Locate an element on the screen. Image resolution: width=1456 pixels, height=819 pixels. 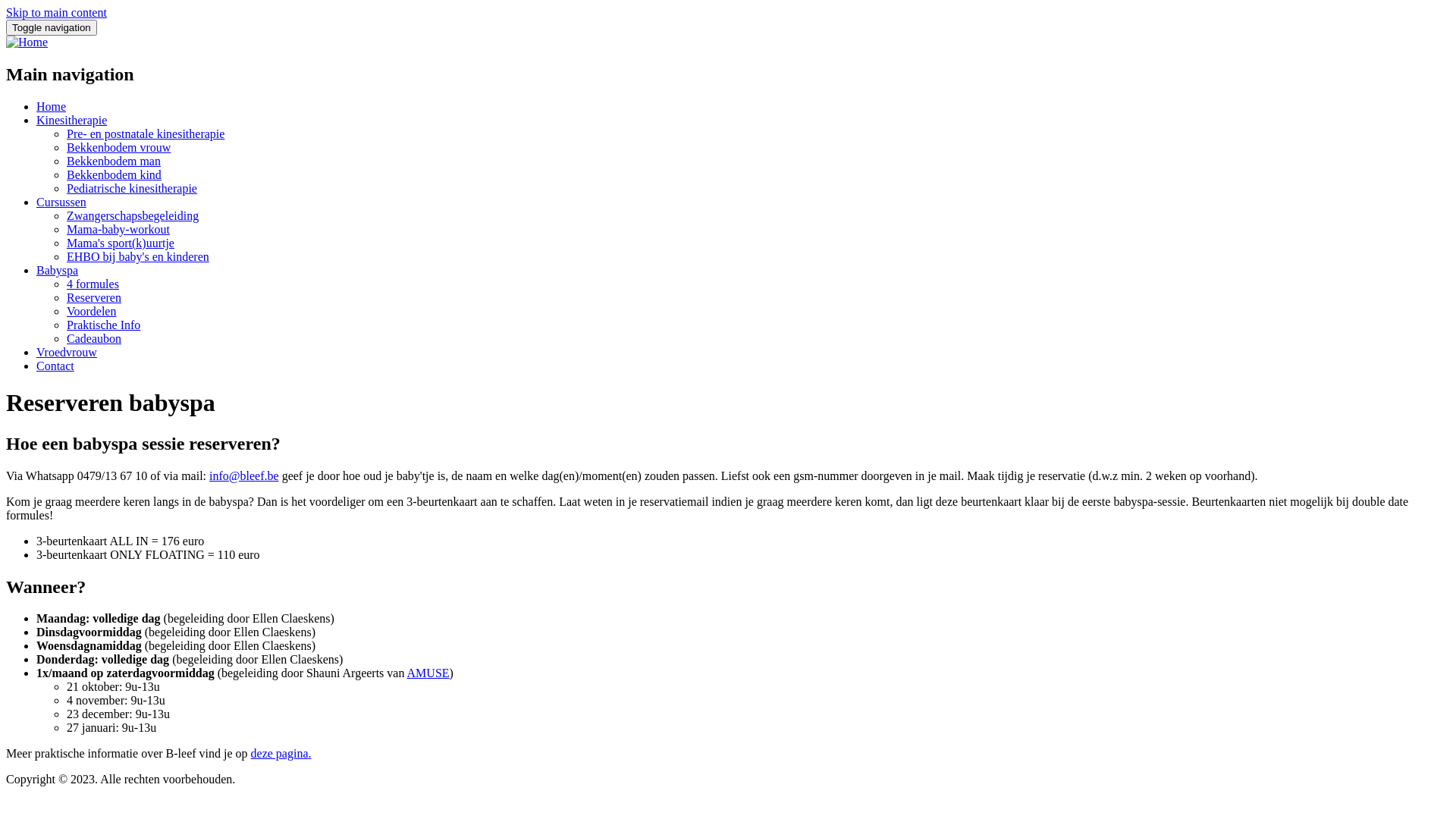
'Pre- en postnatale kinesitherapie' is located at coordinates (146, 133).